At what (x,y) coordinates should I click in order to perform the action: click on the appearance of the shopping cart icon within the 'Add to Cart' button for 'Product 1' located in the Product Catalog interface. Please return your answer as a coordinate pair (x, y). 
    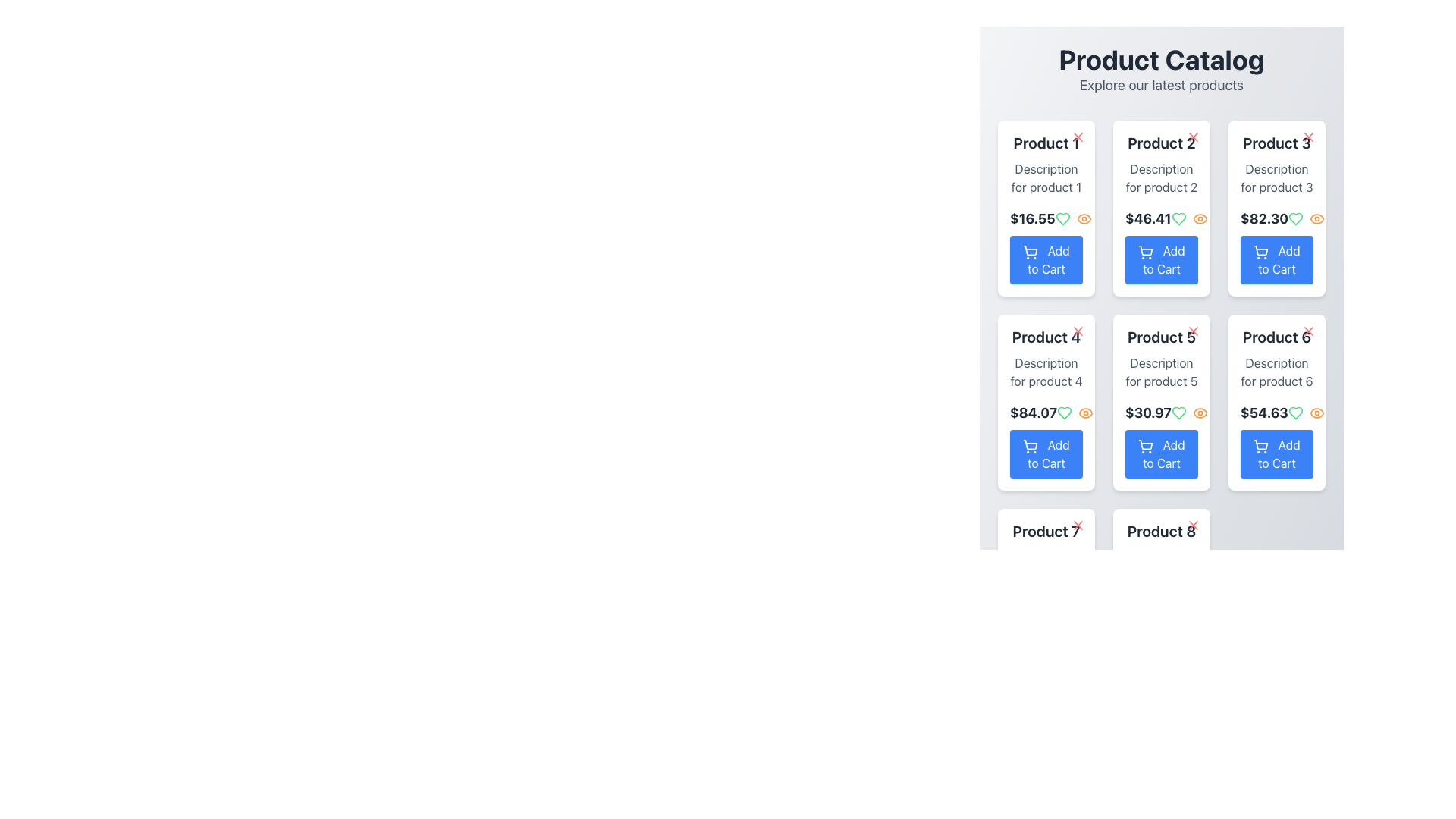
    Looking at the image, I should click on (1031, 249).